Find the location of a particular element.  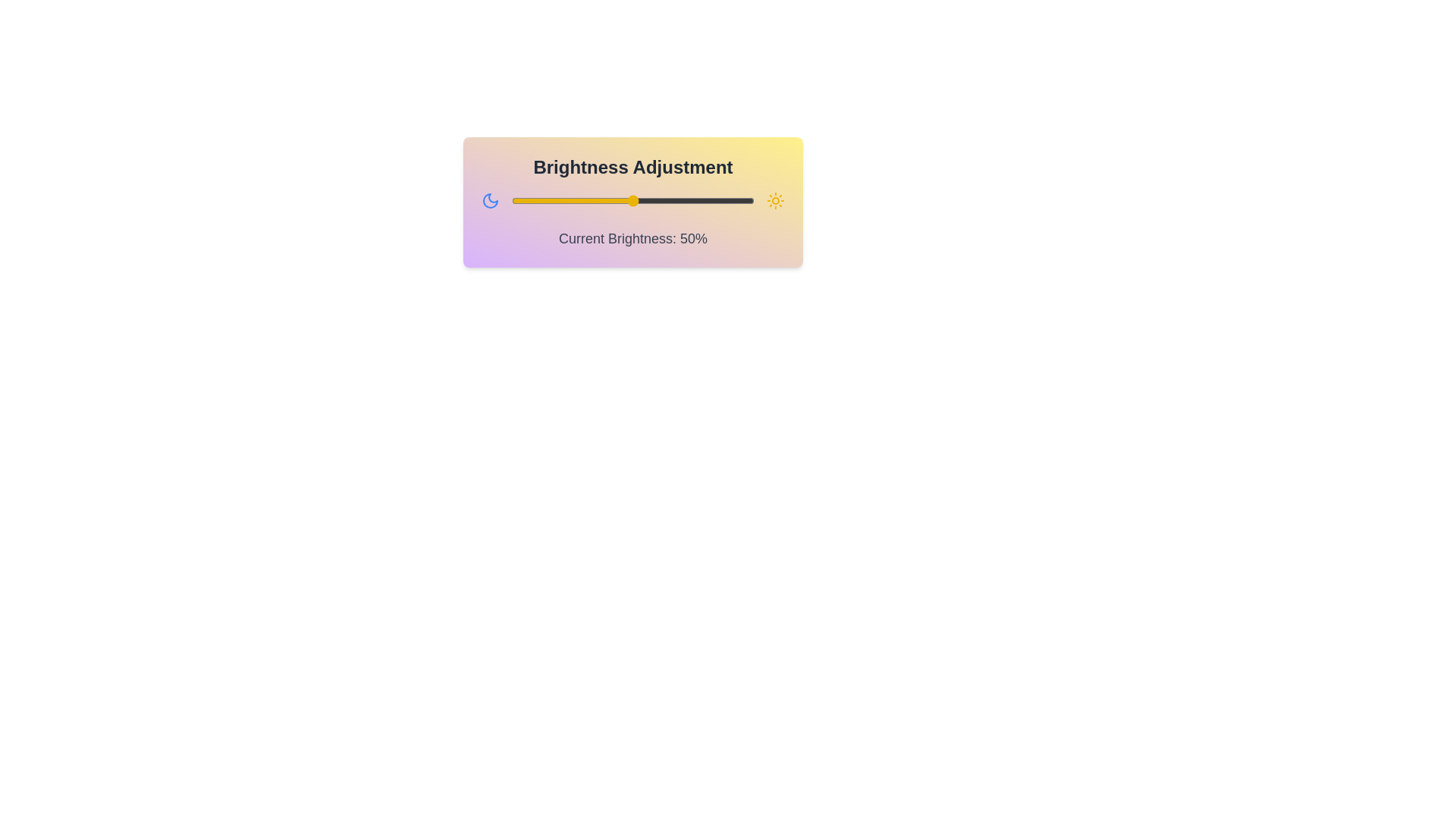

the brightness slider to 54% is located at coordinates (642, 200).